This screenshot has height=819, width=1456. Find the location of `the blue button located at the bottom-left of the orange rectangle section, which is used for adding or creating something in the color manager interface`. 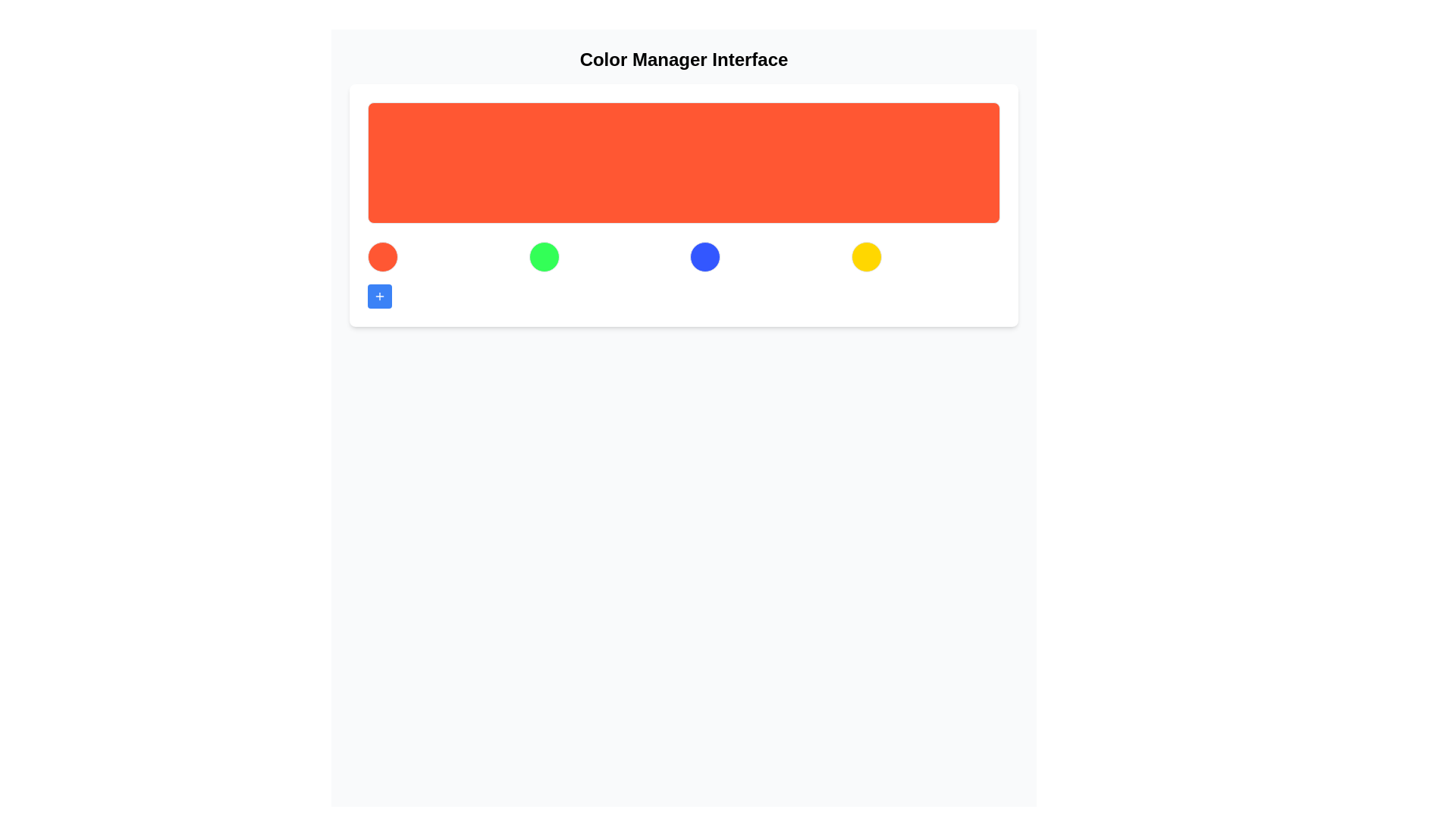

the blue button located at the bottom-left of the orange rectangle section, which is used for adding or creating something in the color manager interface is located at coordinates (379, 296).